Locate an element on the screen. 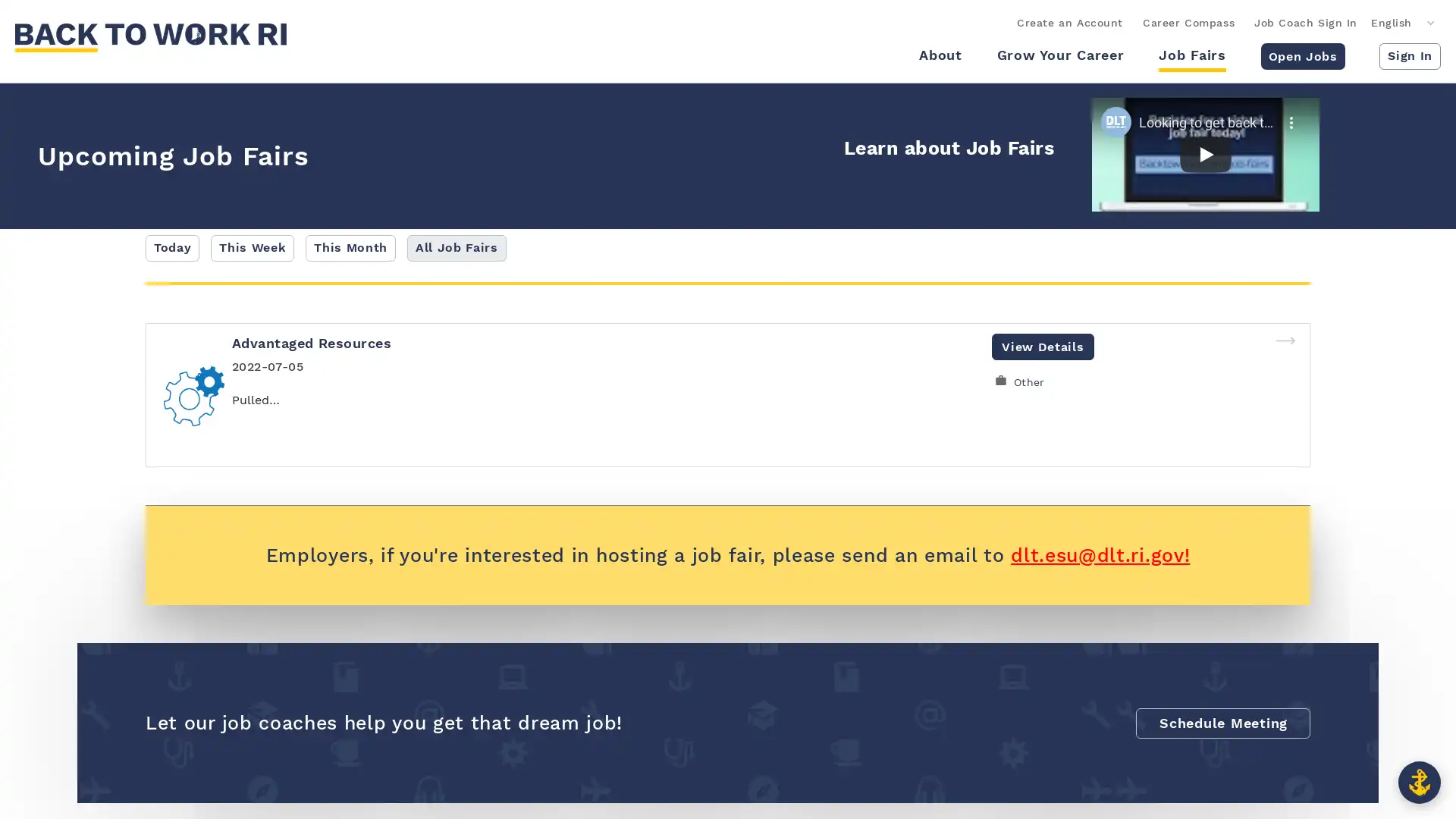  All Job Fairs is located at coordinates (455, 247).